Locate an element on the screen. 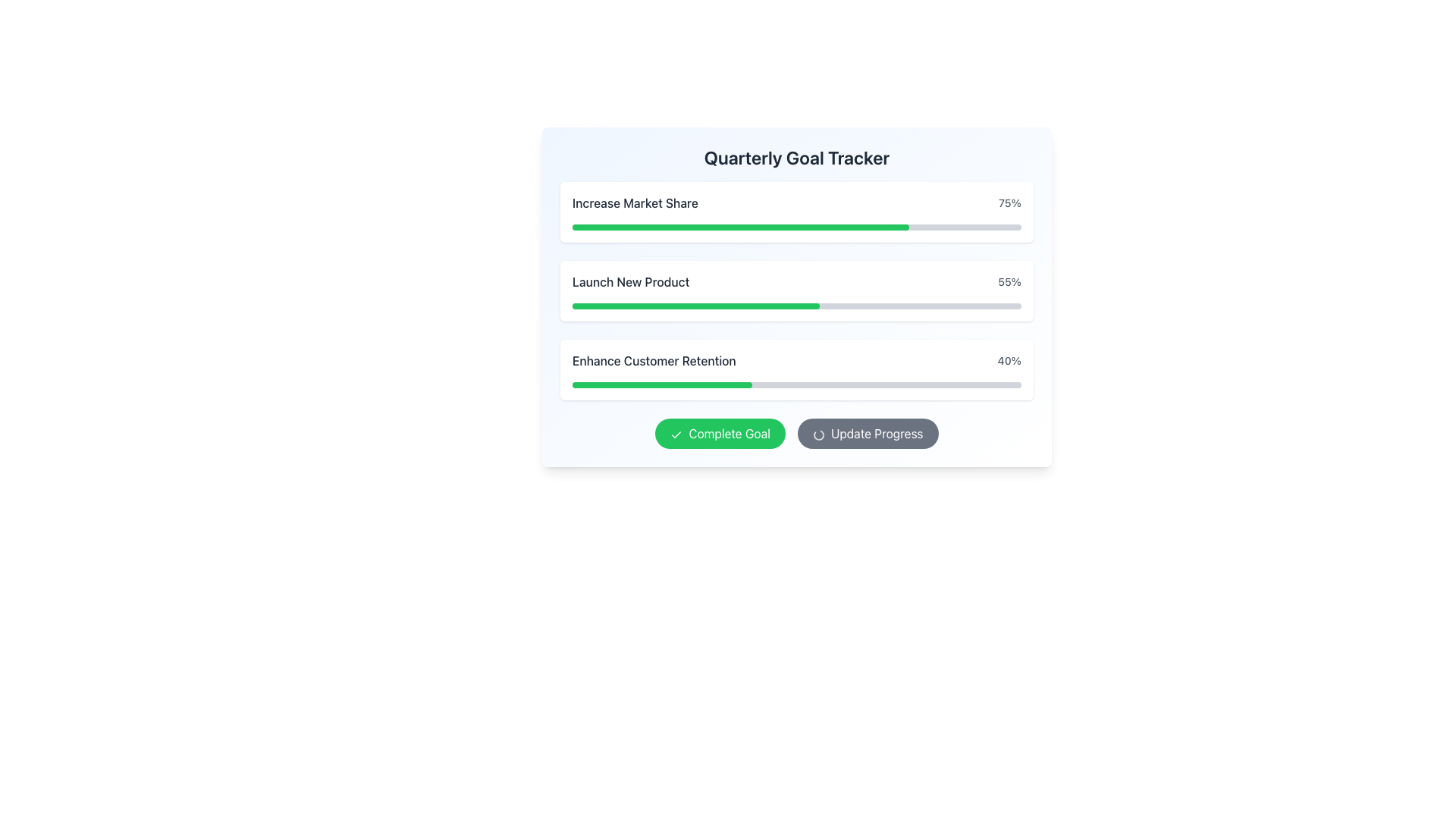  the progress bar that is located under the text 'Increase Market Share 75%', which has a gray background and a green filled portion is located at coordinates (796, 227).